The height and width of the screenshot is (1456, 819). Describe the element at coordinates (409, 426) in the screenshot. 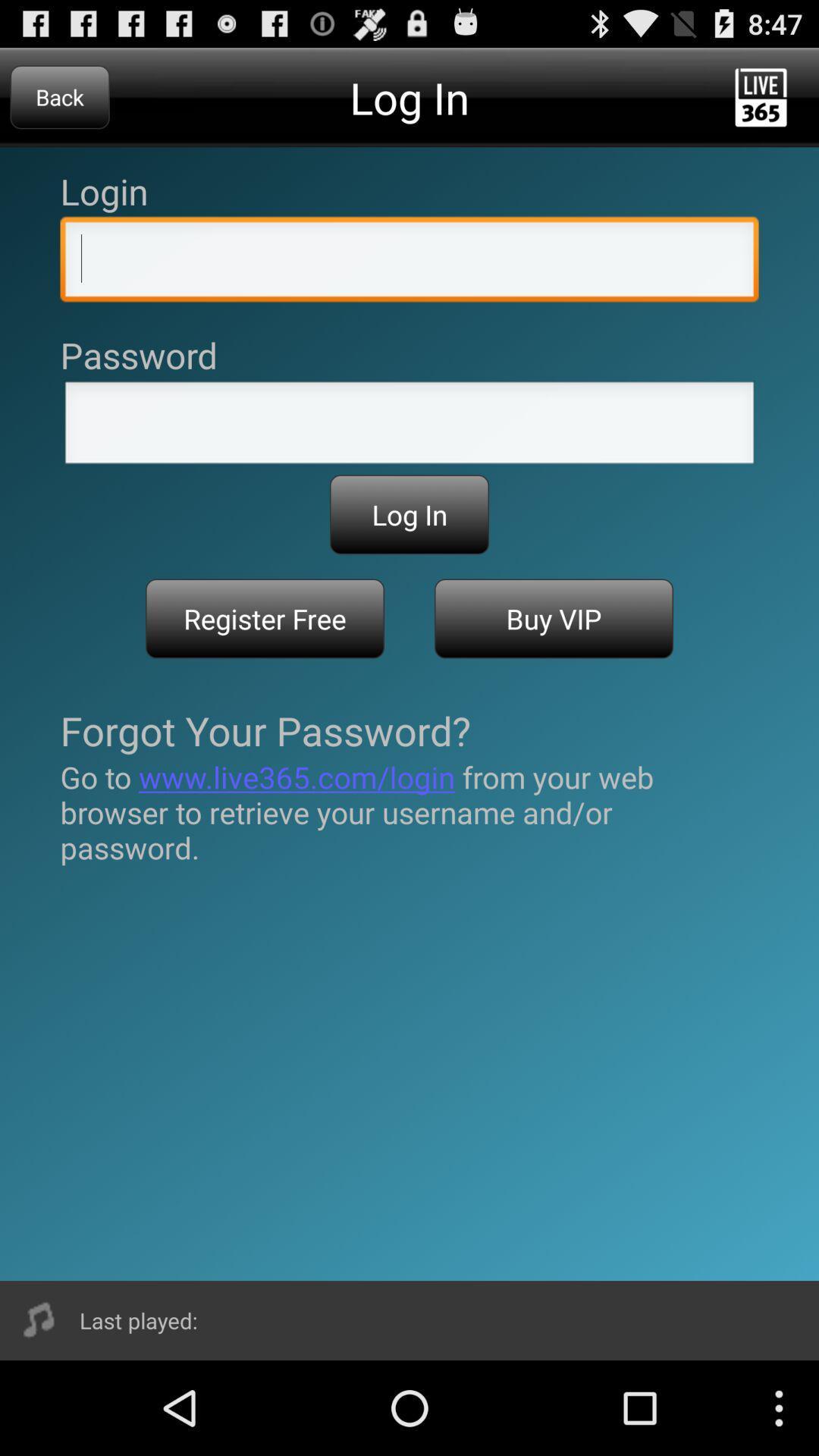

I see `your password` at that location.